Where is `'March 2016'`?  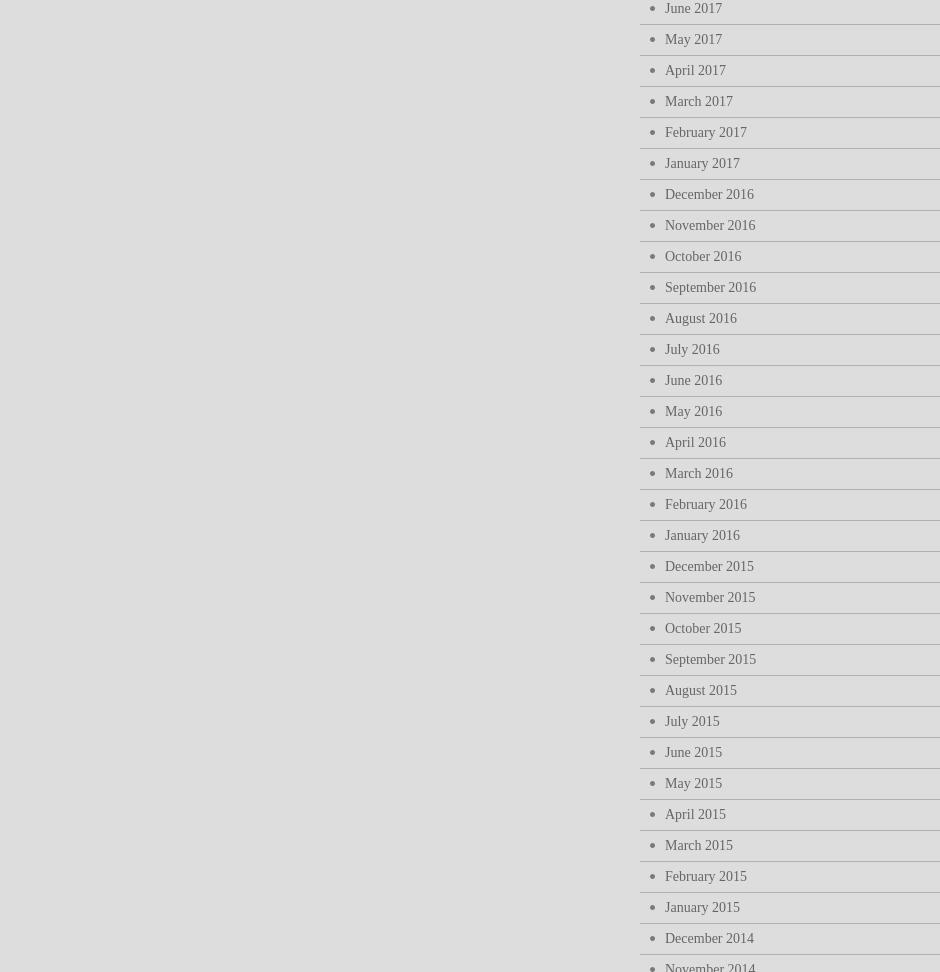
'March 2016' is located at coordinates (697, 472).